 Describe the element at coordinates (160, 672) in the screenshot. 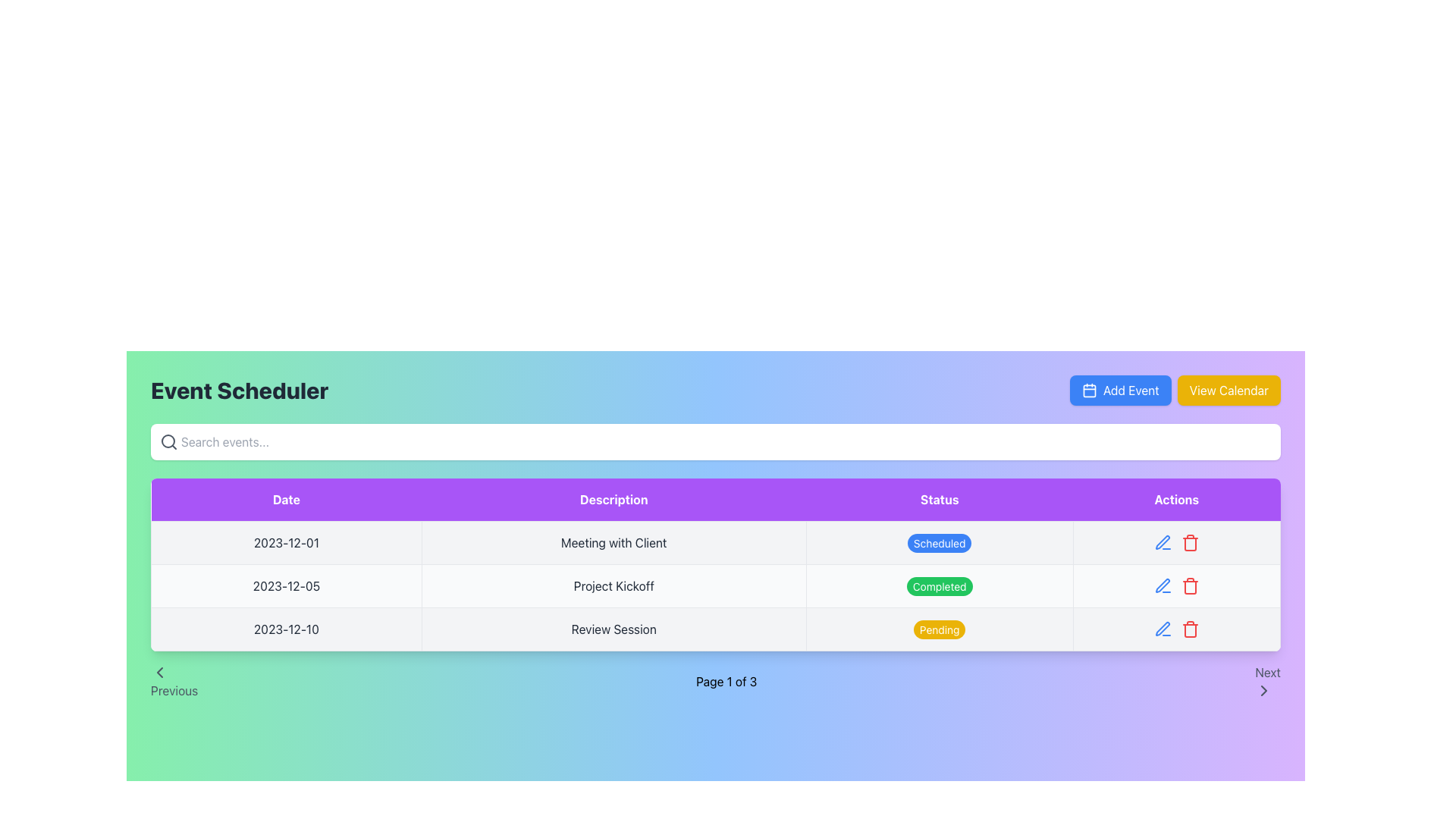

I see `the left-pointing arrow-shaped SVG icon located near the bottom-left corner of the interface, adjacent to the text 'Previous'` at that location.